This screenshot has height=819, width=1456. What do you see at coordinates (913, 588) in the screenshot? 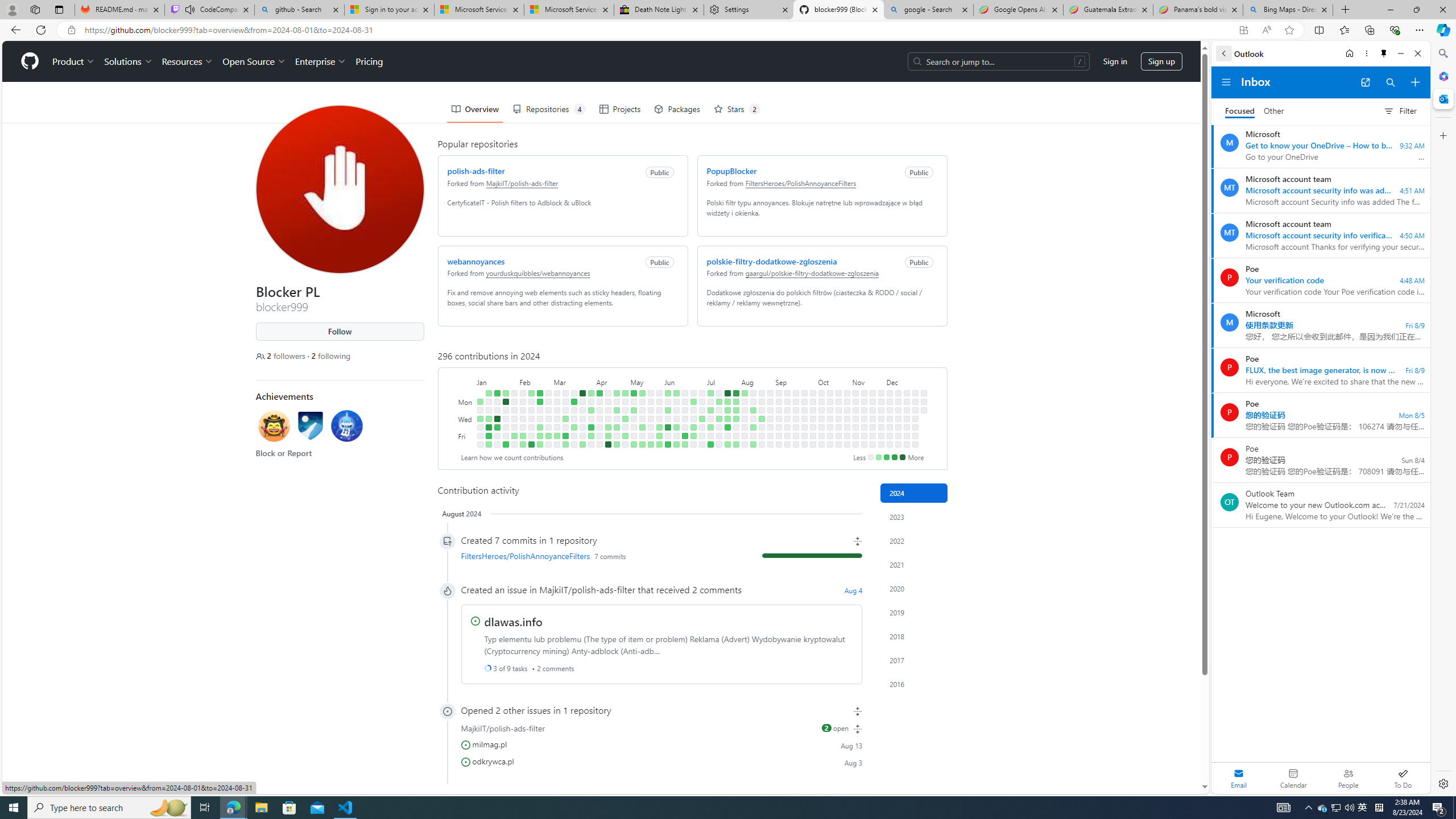
I see `'2020'` at bounding box center [913, 588].